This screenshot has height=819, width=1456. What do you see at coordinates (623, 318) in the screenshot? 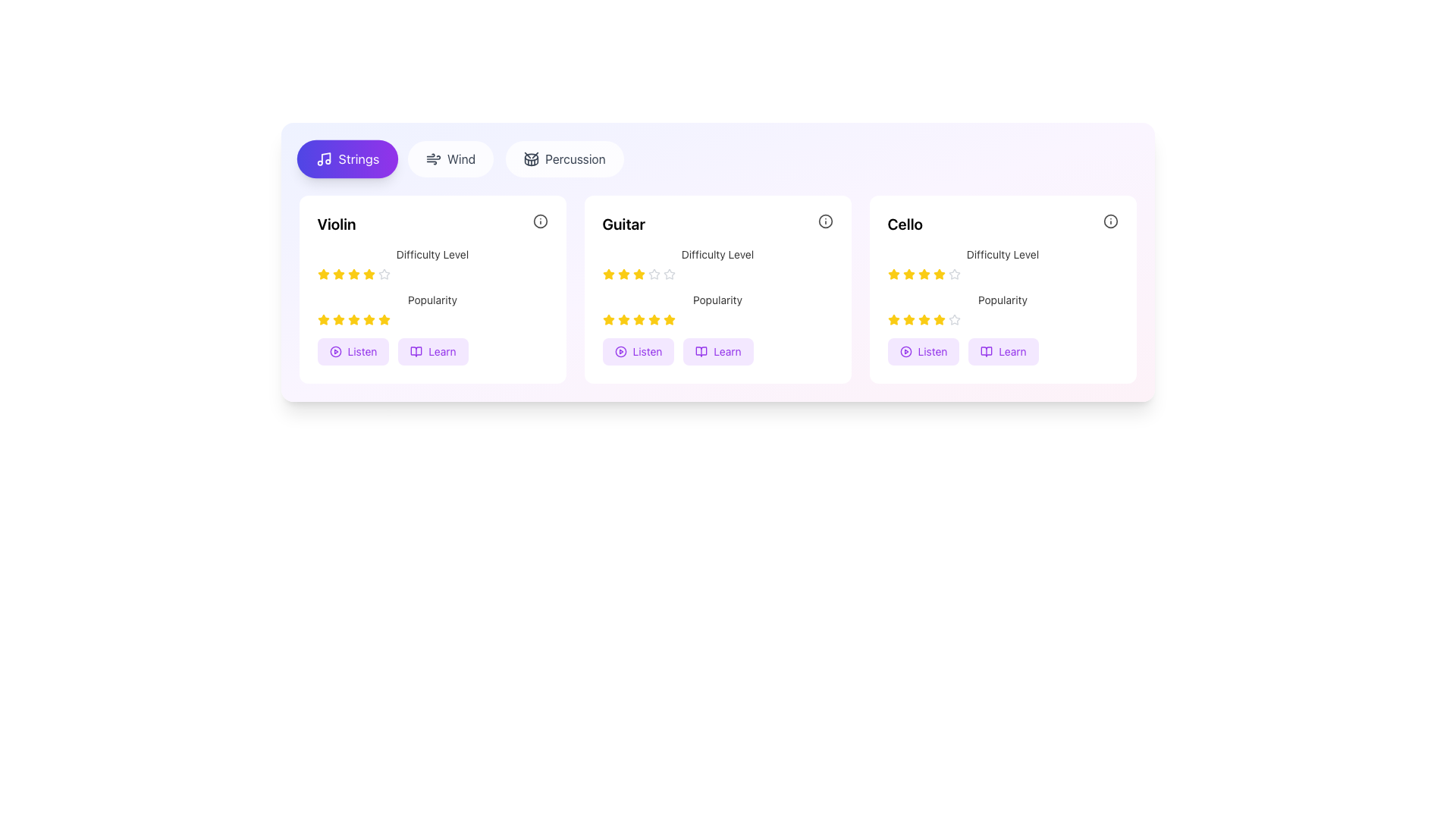
I see `the second yellow star-shaped icon in the 'Popularity' rating row of the 'Guitar' card` at bounding box center [623, 318].